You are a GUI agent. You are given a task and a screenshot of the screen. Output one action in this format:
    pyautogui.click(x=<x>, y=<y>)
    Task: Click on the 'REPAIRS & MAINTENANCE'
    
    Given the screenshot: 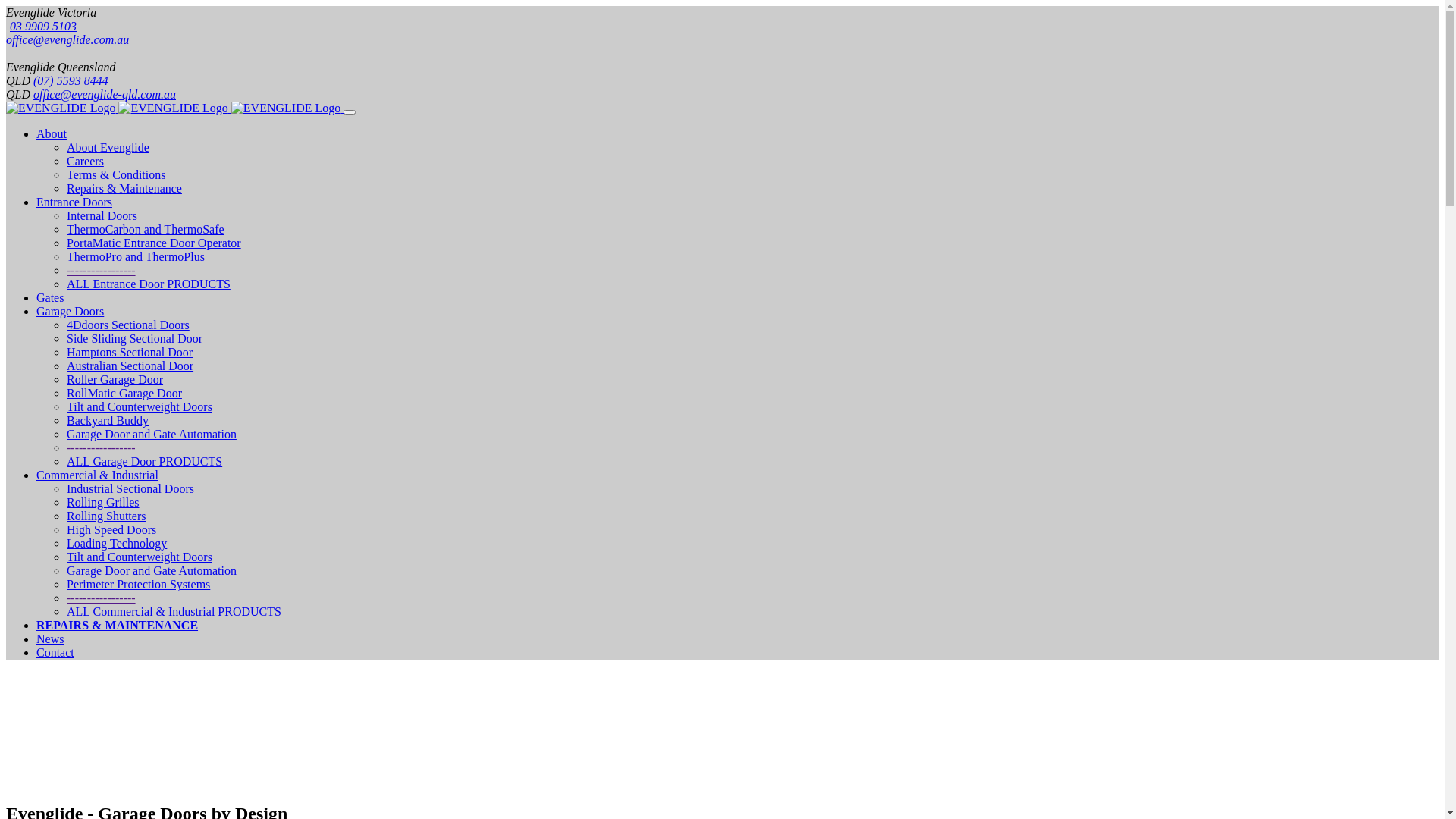 What is the action you would take?
    pyautogui.click(x=116, y=625)
    